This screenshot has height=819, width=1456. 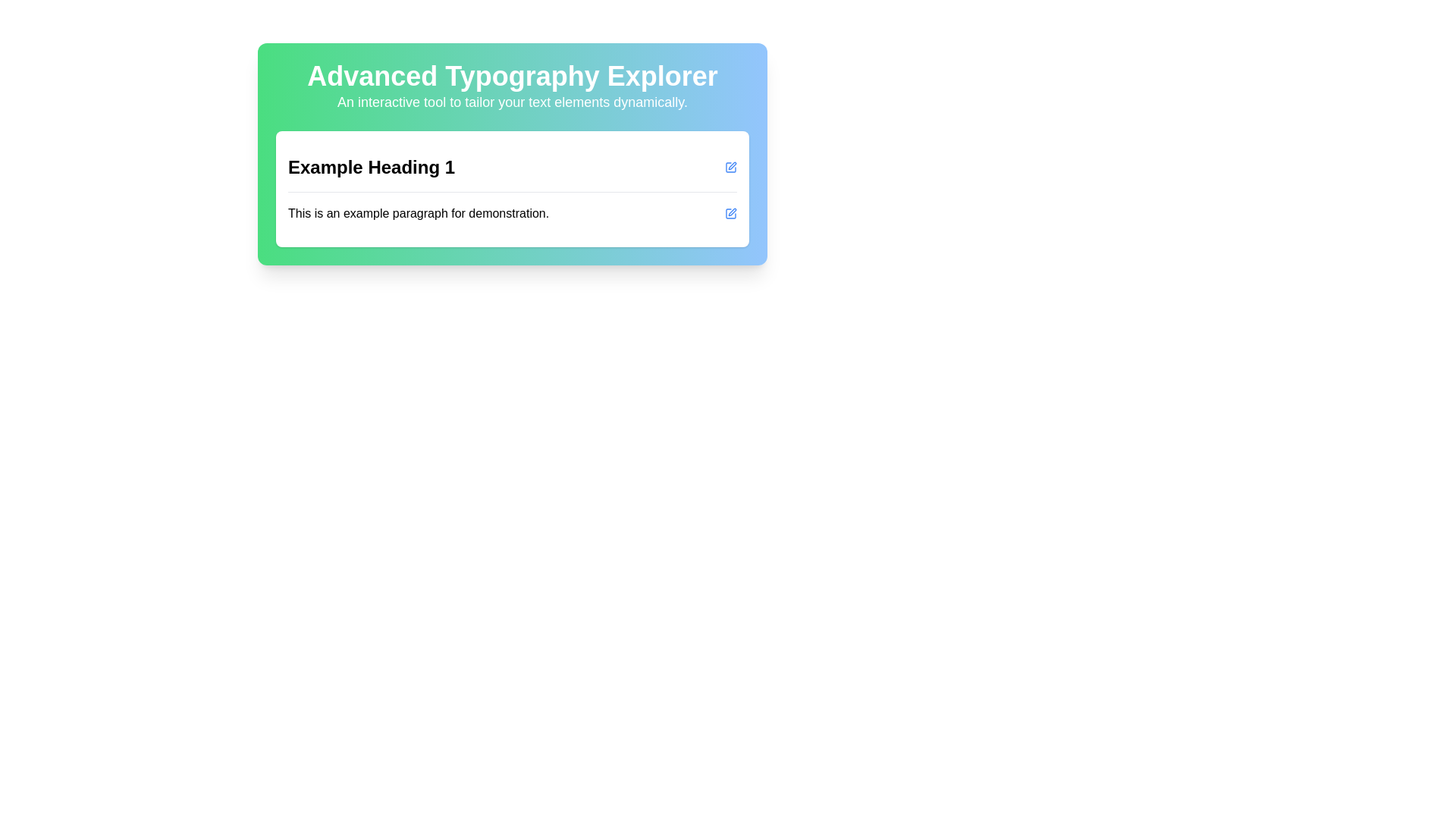 What do you see at coordinates (513, 213) in the screenshot?
I see `the text block that says 'This is an example paragraph for demonstration.' located under the heading 'Example Heading 1' within the card component` at bounding box center [513, 213].